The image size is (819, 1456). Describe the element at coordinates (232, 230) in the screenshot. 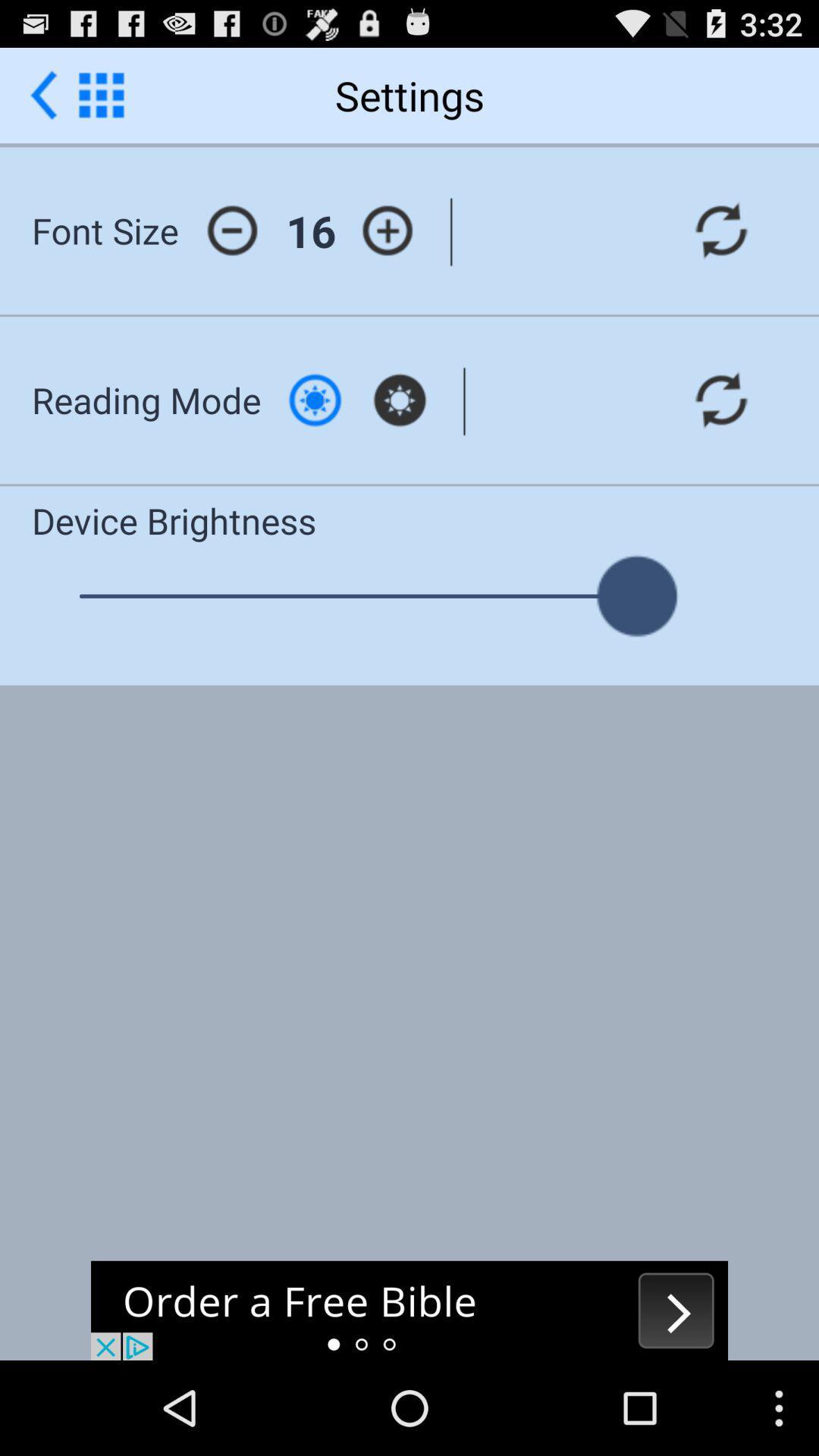

I see `reduce font size` at that location.